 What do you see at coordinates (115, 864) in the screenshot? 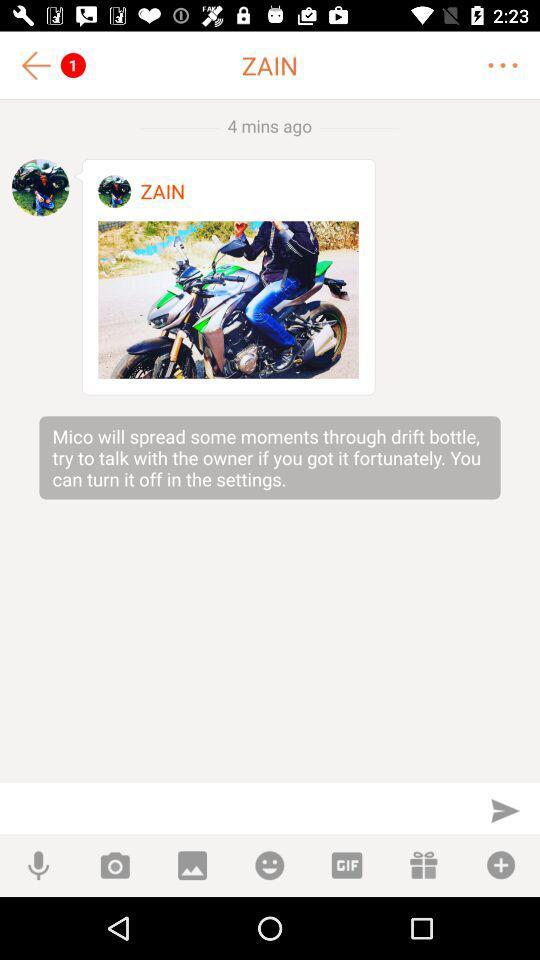
I see `take a picture` at bounding box center [115, 864].